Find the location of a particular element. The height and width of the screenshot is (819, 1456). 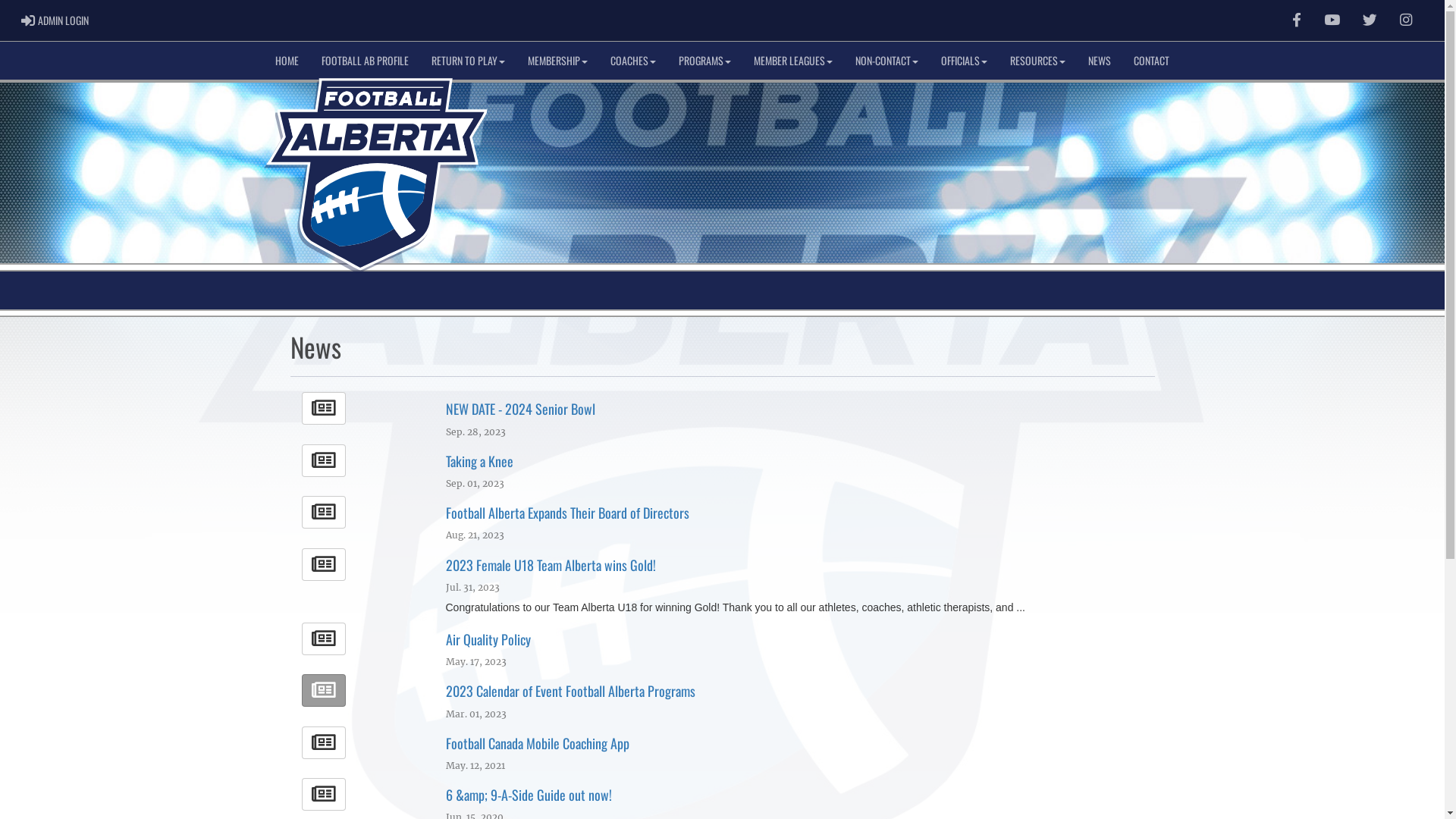

'Youtube' is located at coordinates (1313, 20).